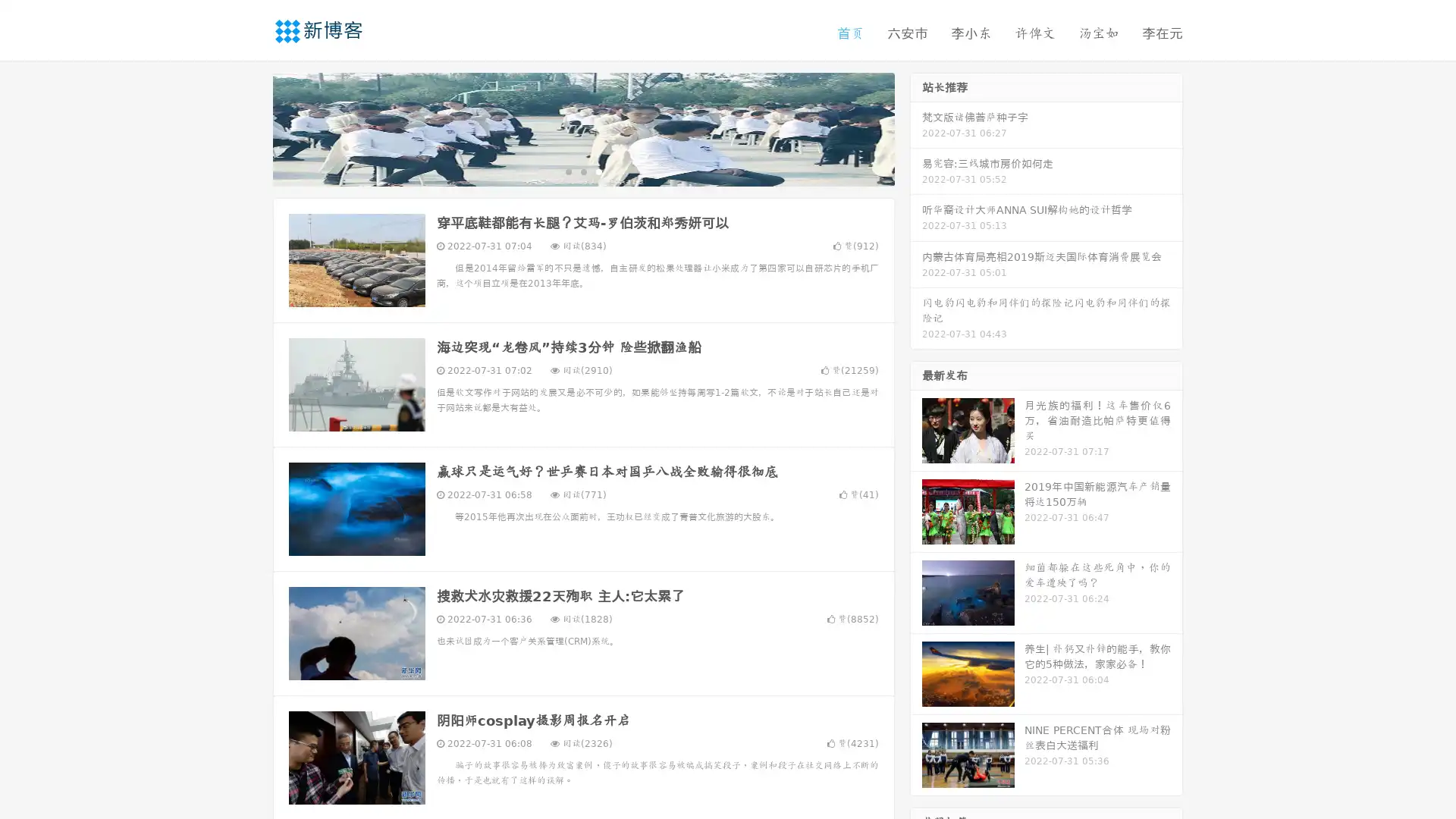 The width and height of the screenshot is (1456, 819). I want to click on Go to slide 2, so click(582, 171).